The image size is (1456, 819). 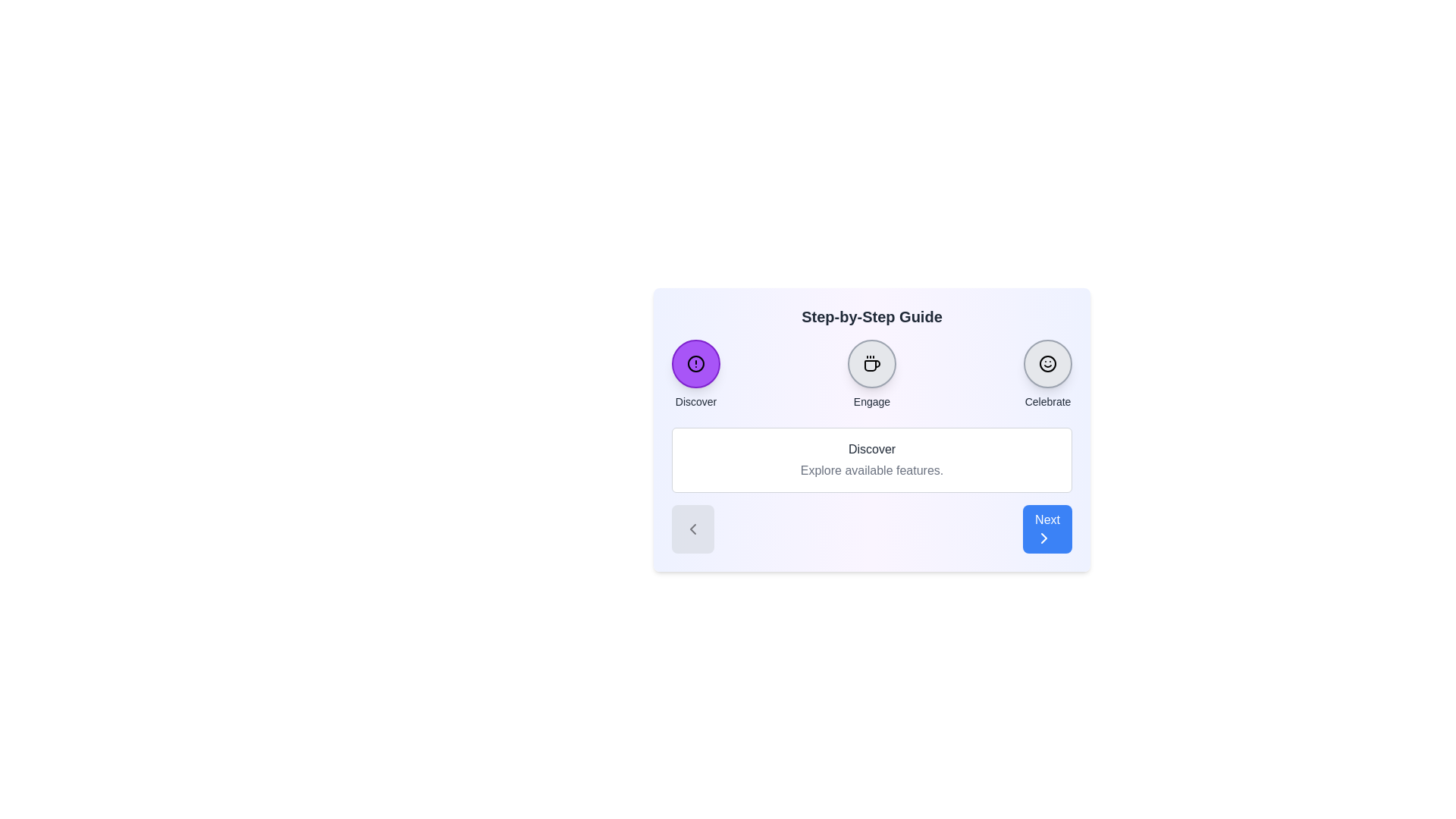 I want to click on the static text label displaying 'Discover', which is styled with a medium font weight and grayish black color, positioned above the text 'Explore available features', so click(x=872, y=449).